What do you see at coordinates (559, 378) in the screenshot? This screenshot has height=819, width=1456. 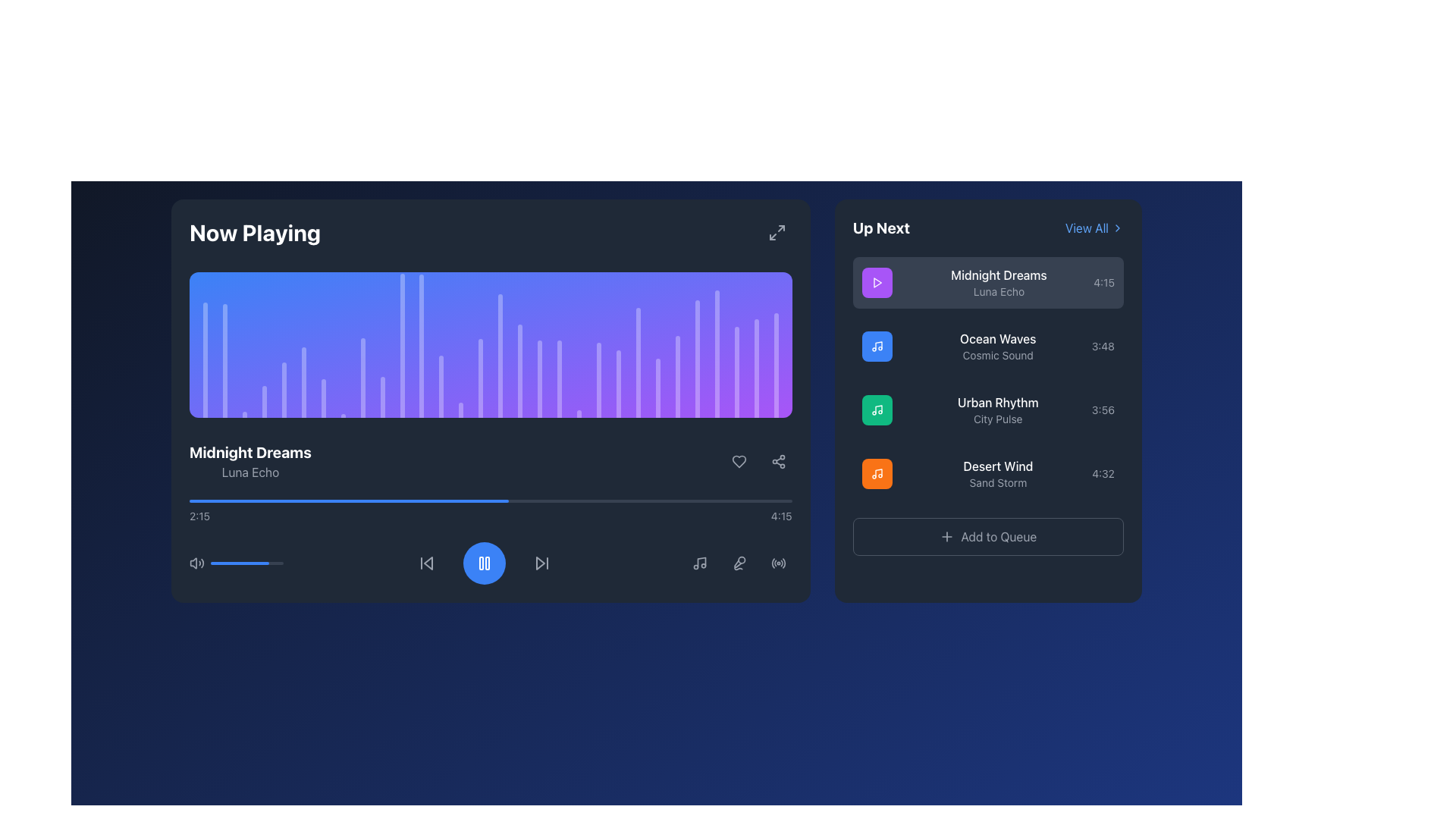 I see `the 18th vertical bar with a rounded top in the waveform chart of the music player interface, styled in semi-transparent white color` at bounding box center [559, 378].